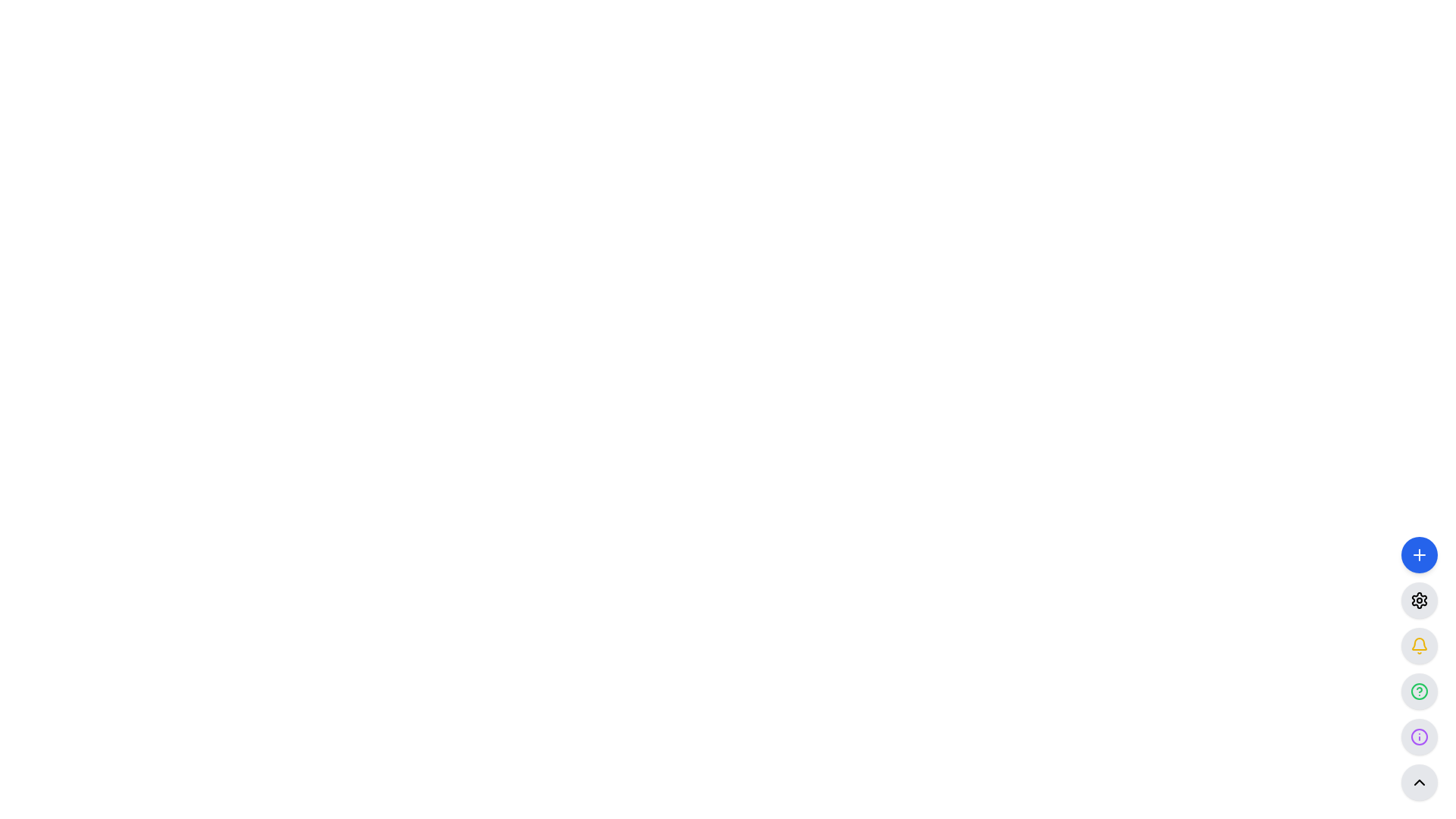  Describe the element at coordinates (1419, 599) in the screenshot. I see `the gear-shaped icon button located second from the top` at that location.